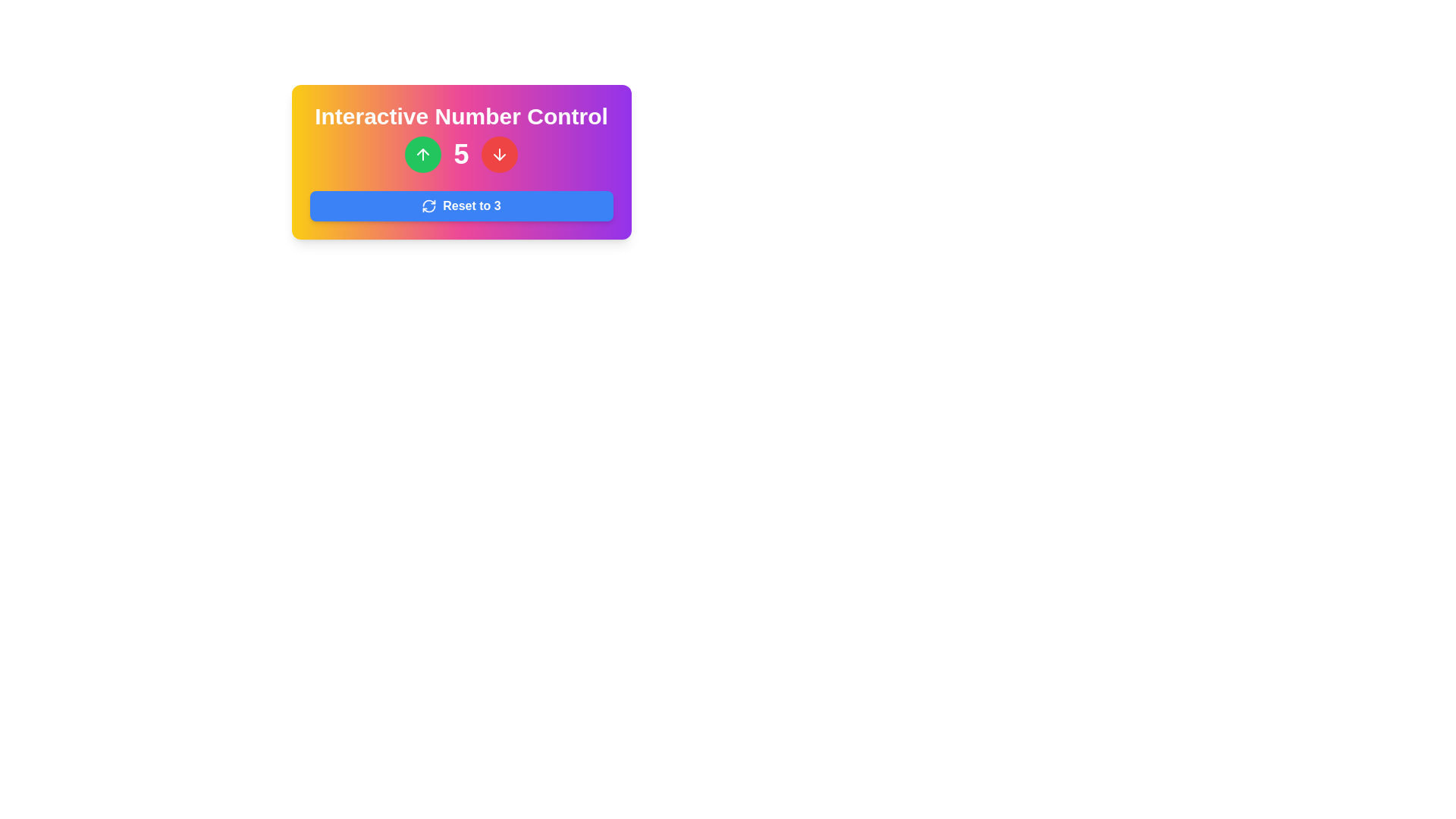  Describe the element at coordinates (423, 155) in the screenshot. I see `the increment button with the arrow icon located next to the numeric display showing '5' in the 'Interactive Number Control' interface` at that location.